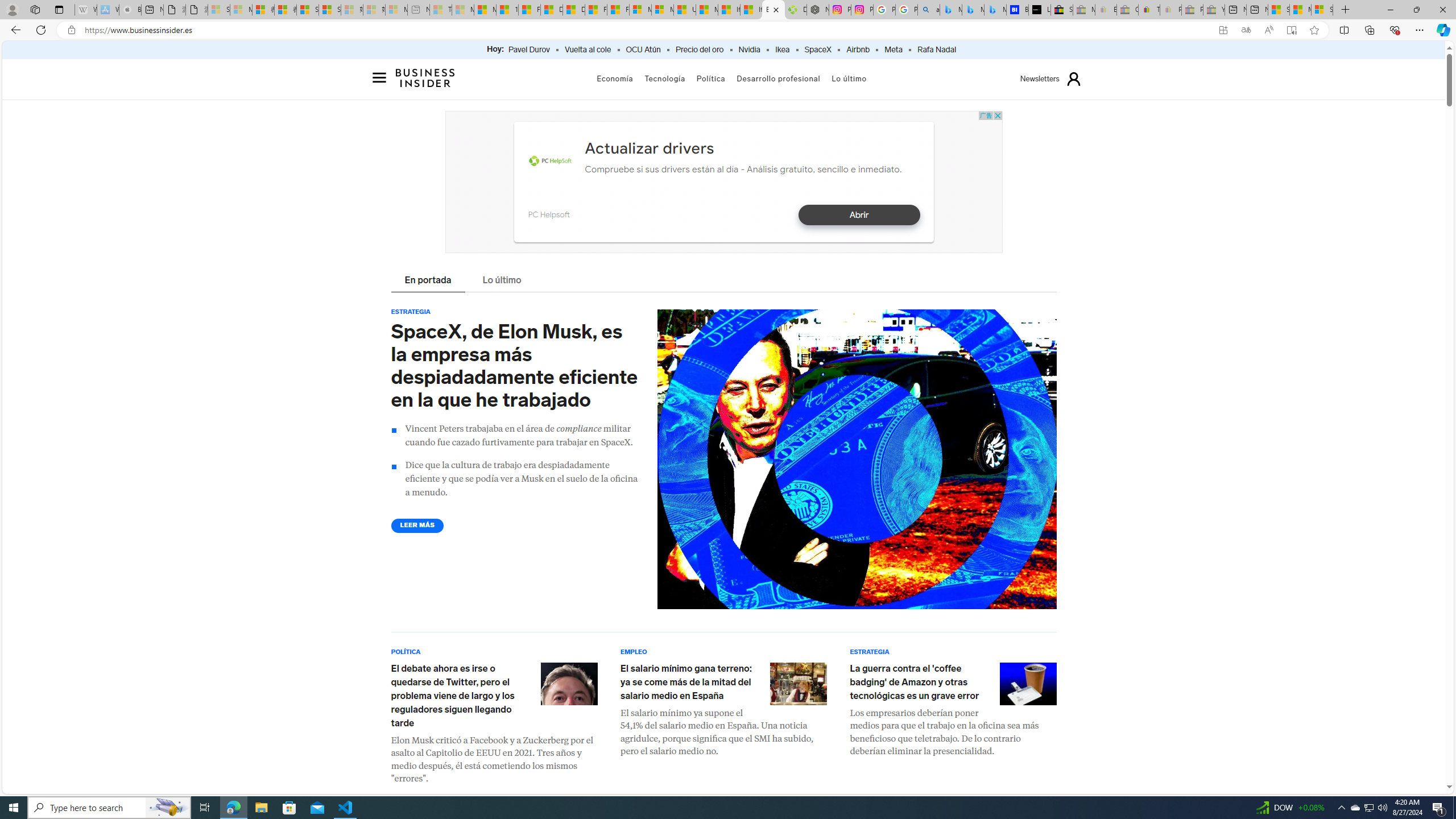 Image resolution: width=1456 pixels, height=819 pixels. What do you see at coordinates (568, 682) in the screenshot?
I see `'Elon Musk'` at bounding box center [568, 682].